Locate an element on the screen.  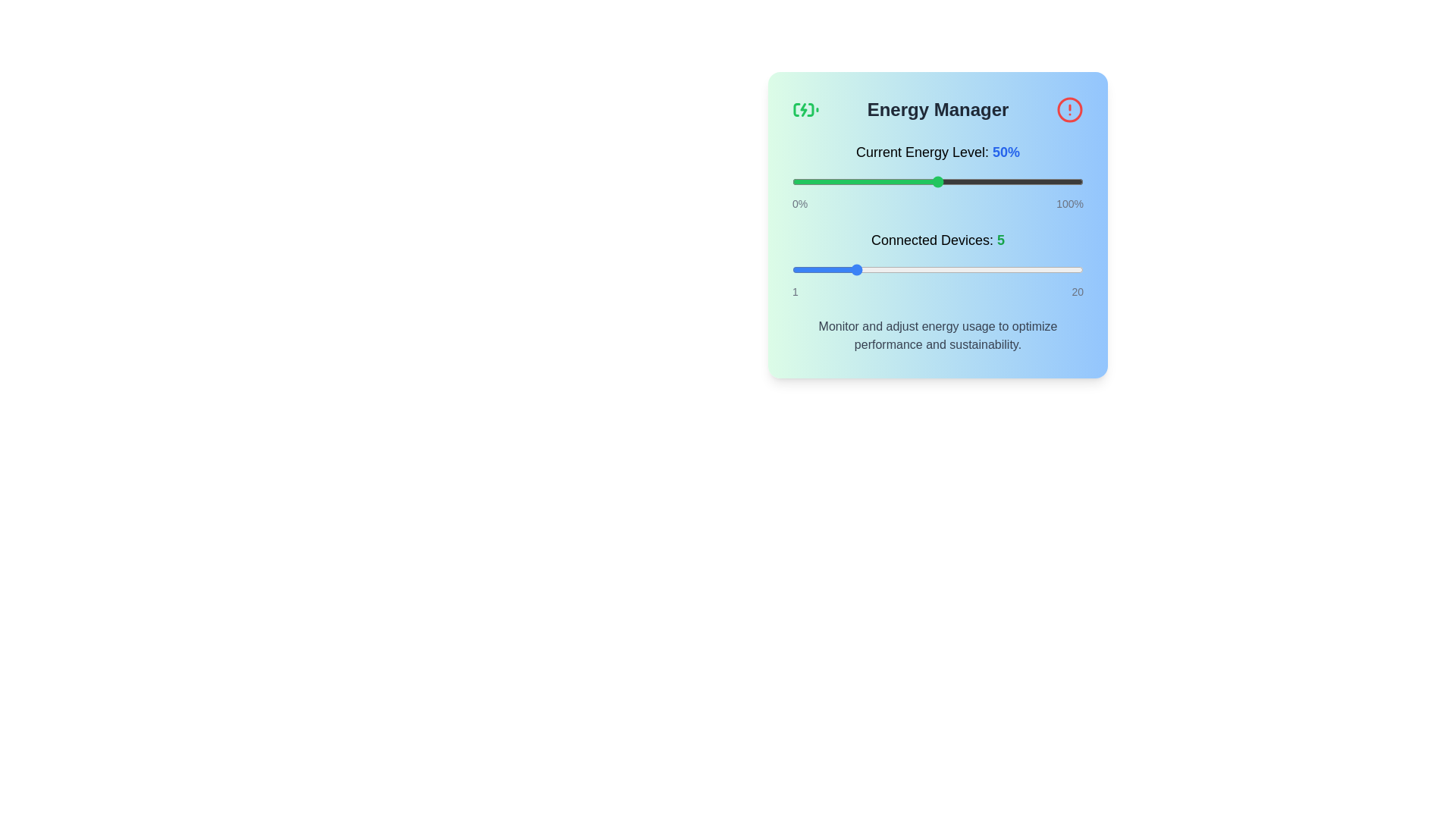
the energy level slider to 6% is located at coordinates (809, 180).